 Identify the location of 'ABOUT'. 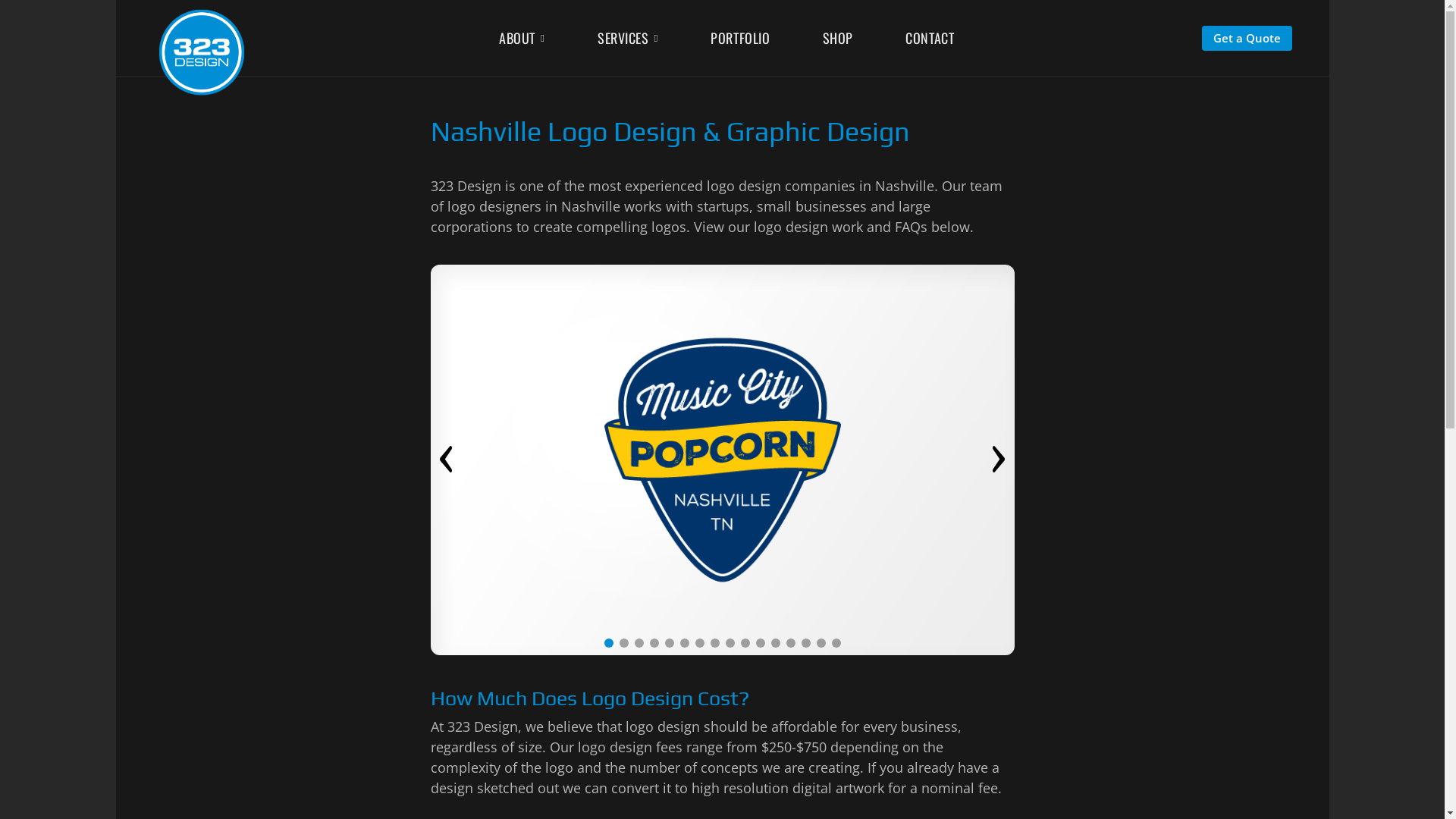
(521, 38).